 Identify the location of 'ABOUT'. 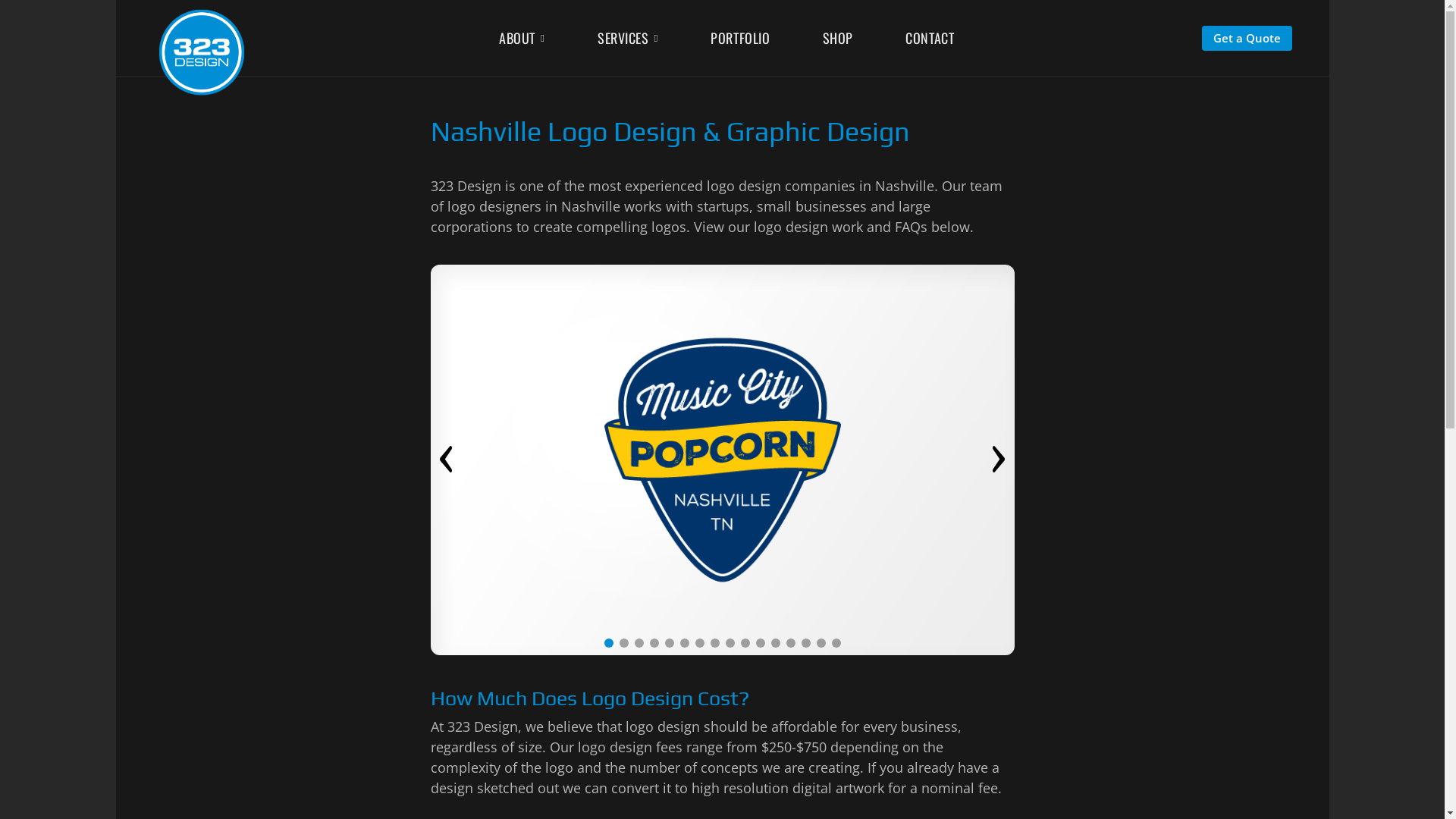
(521, 38).